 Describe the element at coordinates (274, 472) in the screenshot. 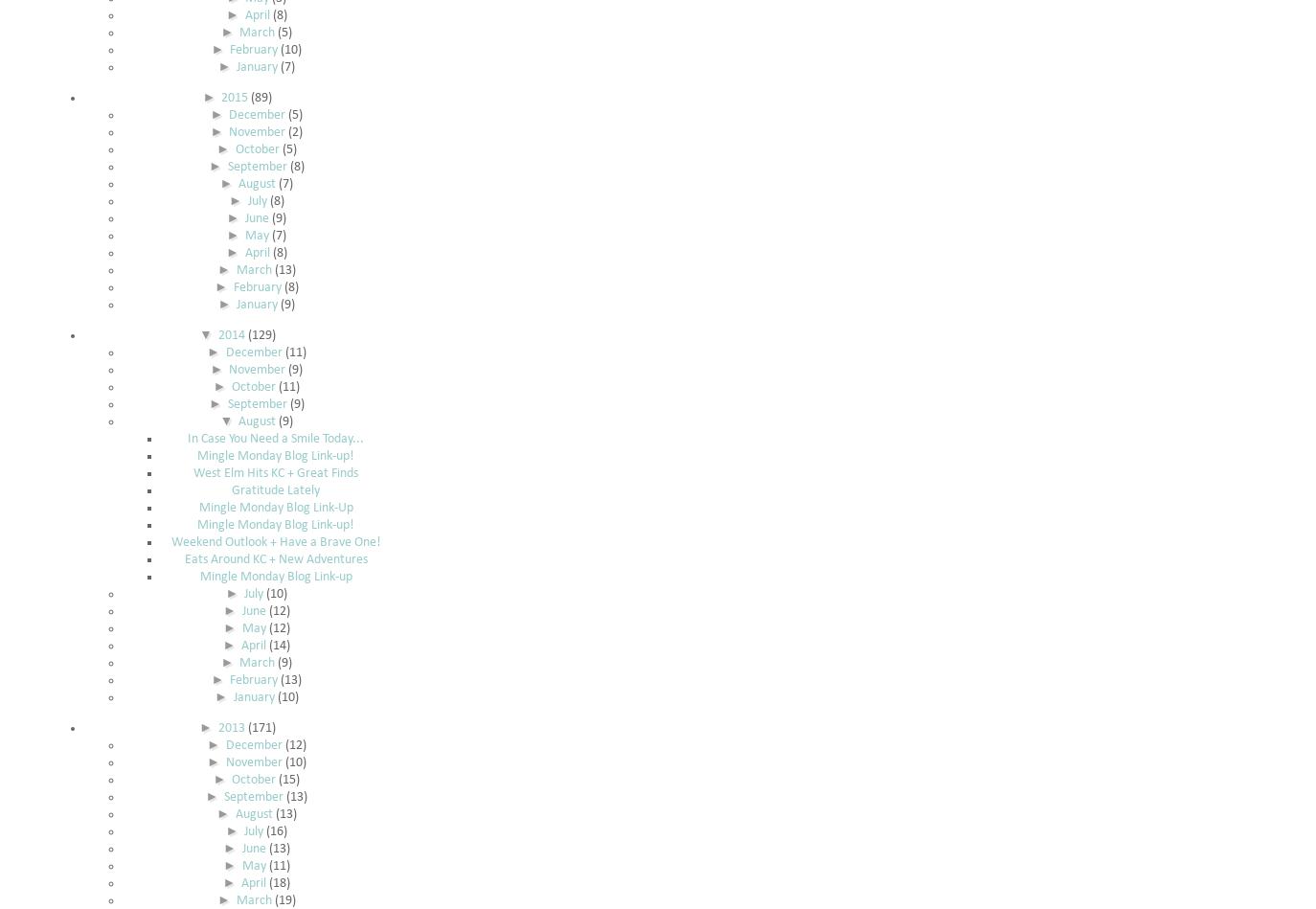

I see `'West Elm Hits KC + Great Finds'` at that location.